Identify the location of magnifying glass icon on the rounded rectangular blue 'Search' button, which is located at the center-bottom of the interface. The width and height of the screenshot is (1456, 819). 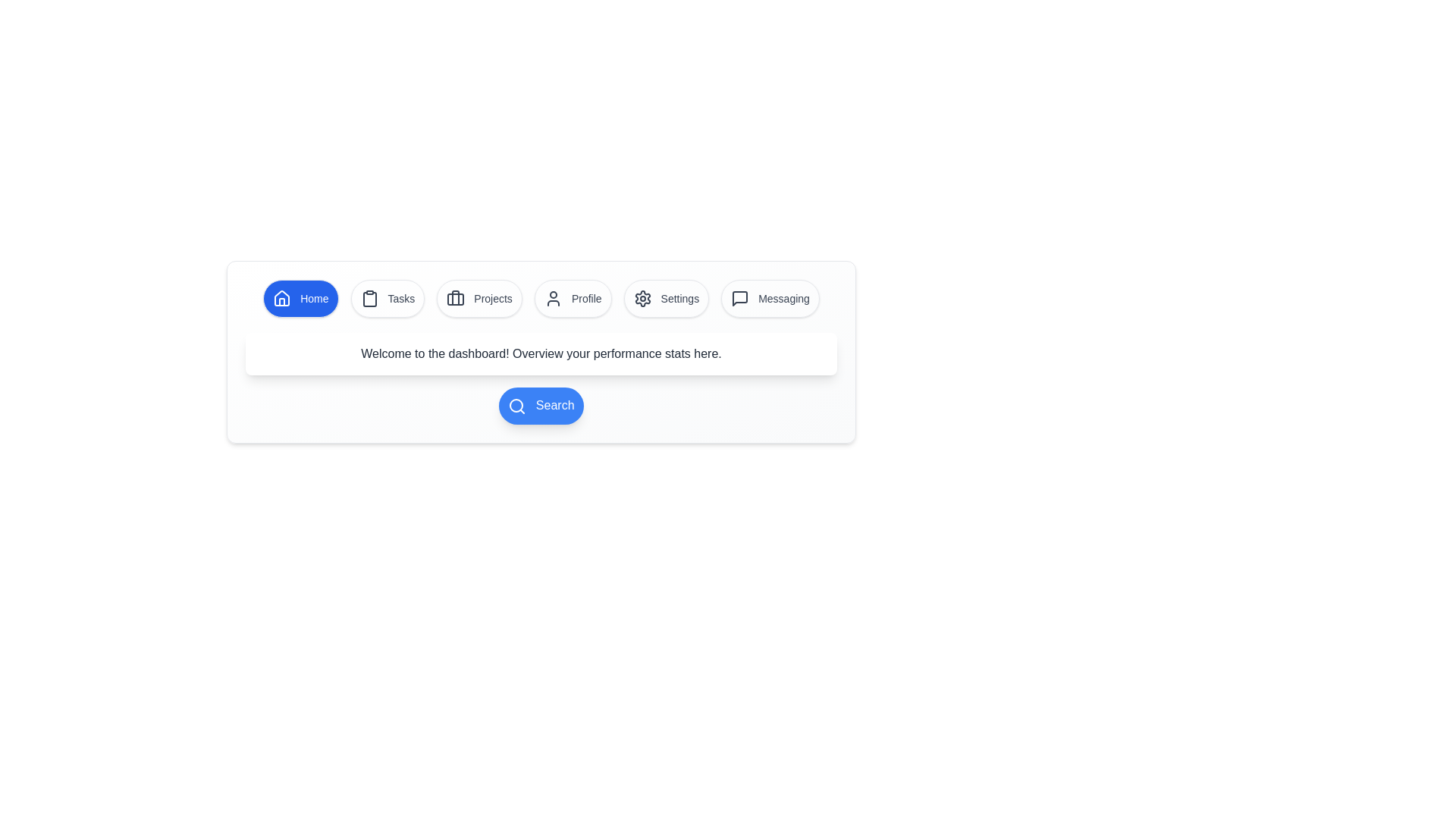
(541, 405).